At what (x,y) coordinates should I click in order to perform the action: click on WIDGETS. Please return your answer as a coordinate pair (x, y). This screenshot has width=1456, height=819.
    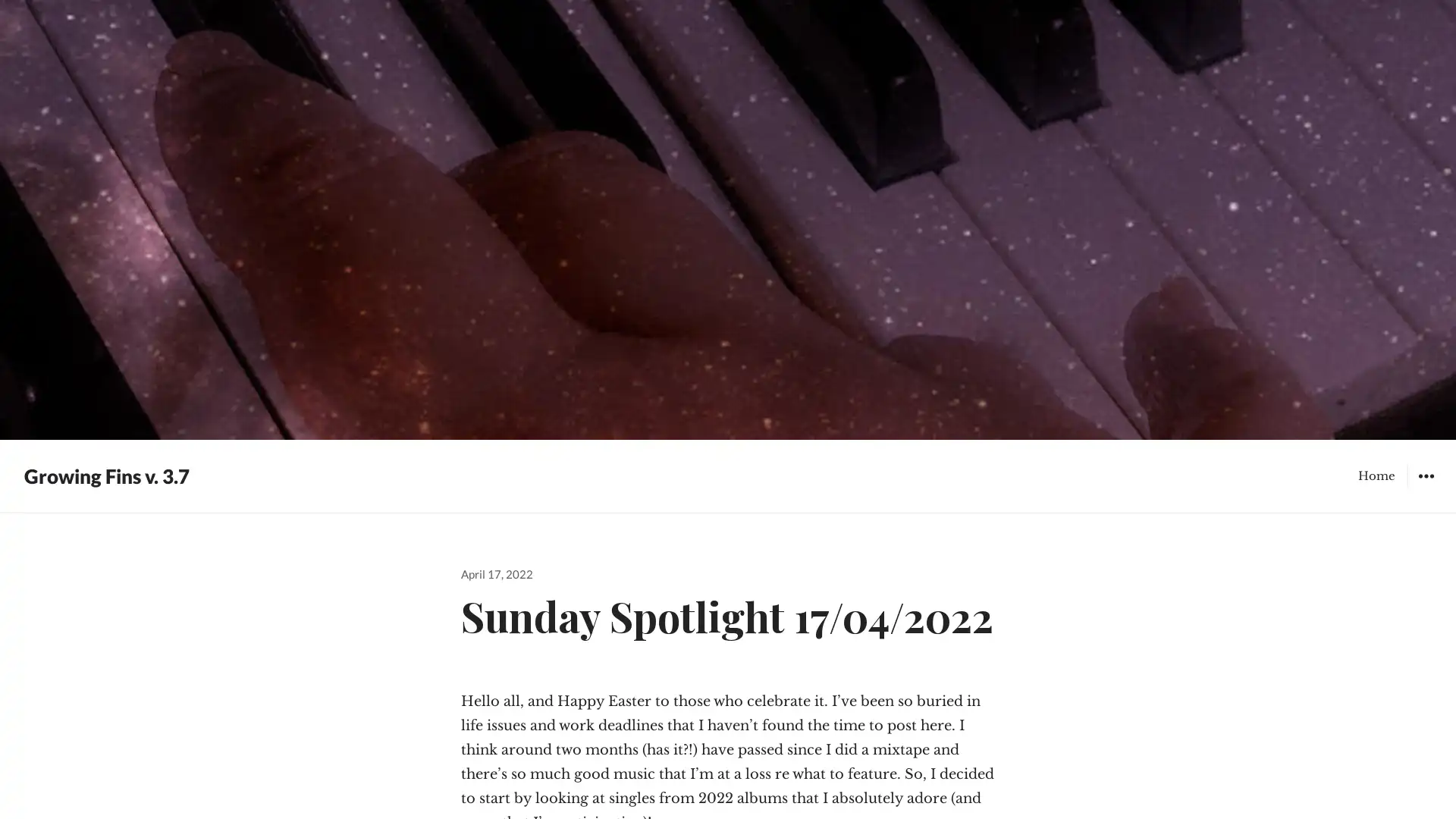
    Looking at the image, I should click on (1425, 475).